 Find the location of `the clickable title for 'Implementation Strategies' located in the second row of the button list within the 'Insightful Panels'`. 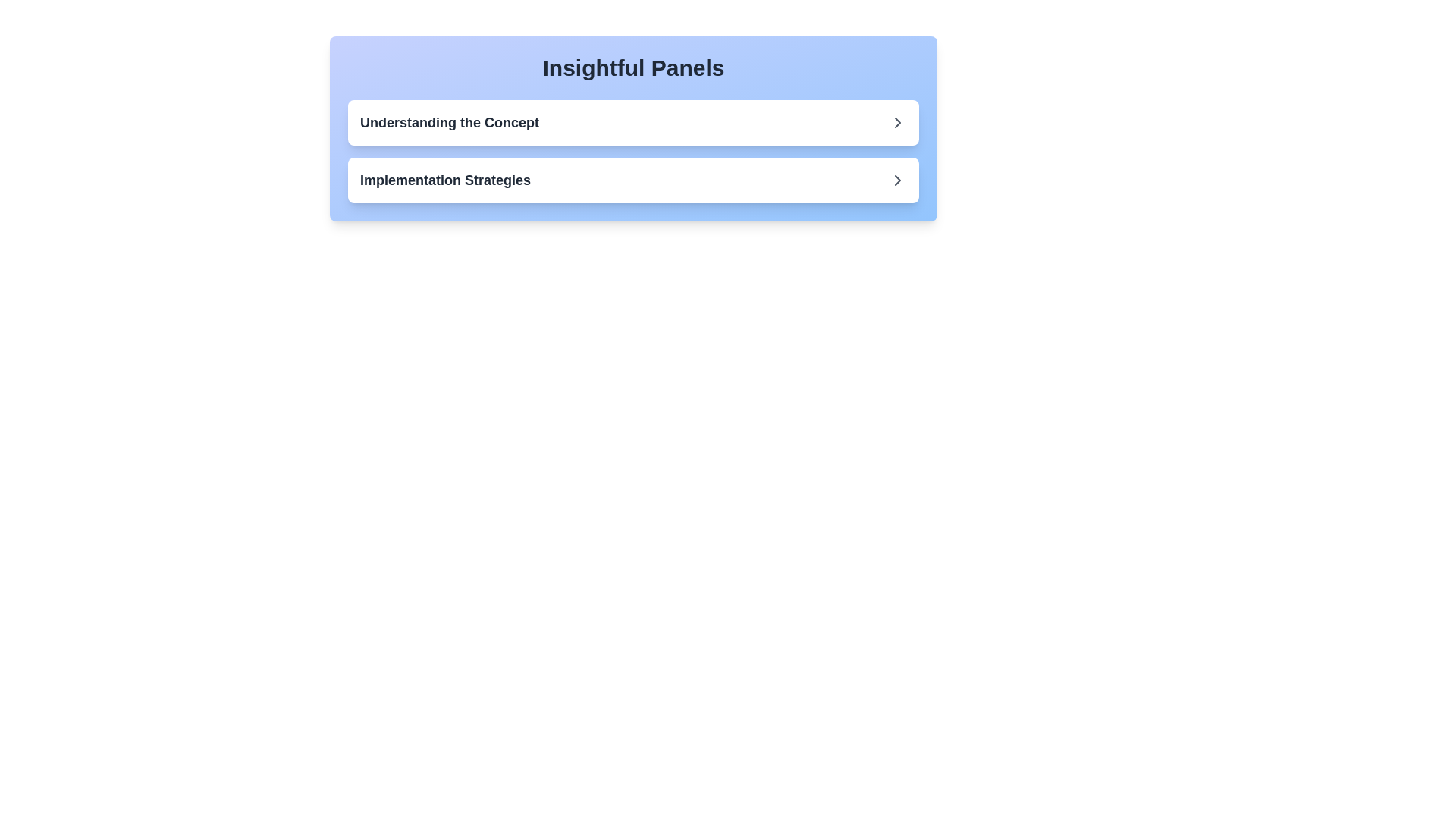

the clickable title for 'Implementation Strategies' located in the second row of the button list within the 'Insightful Panels' is located at coordinates (444, 180).